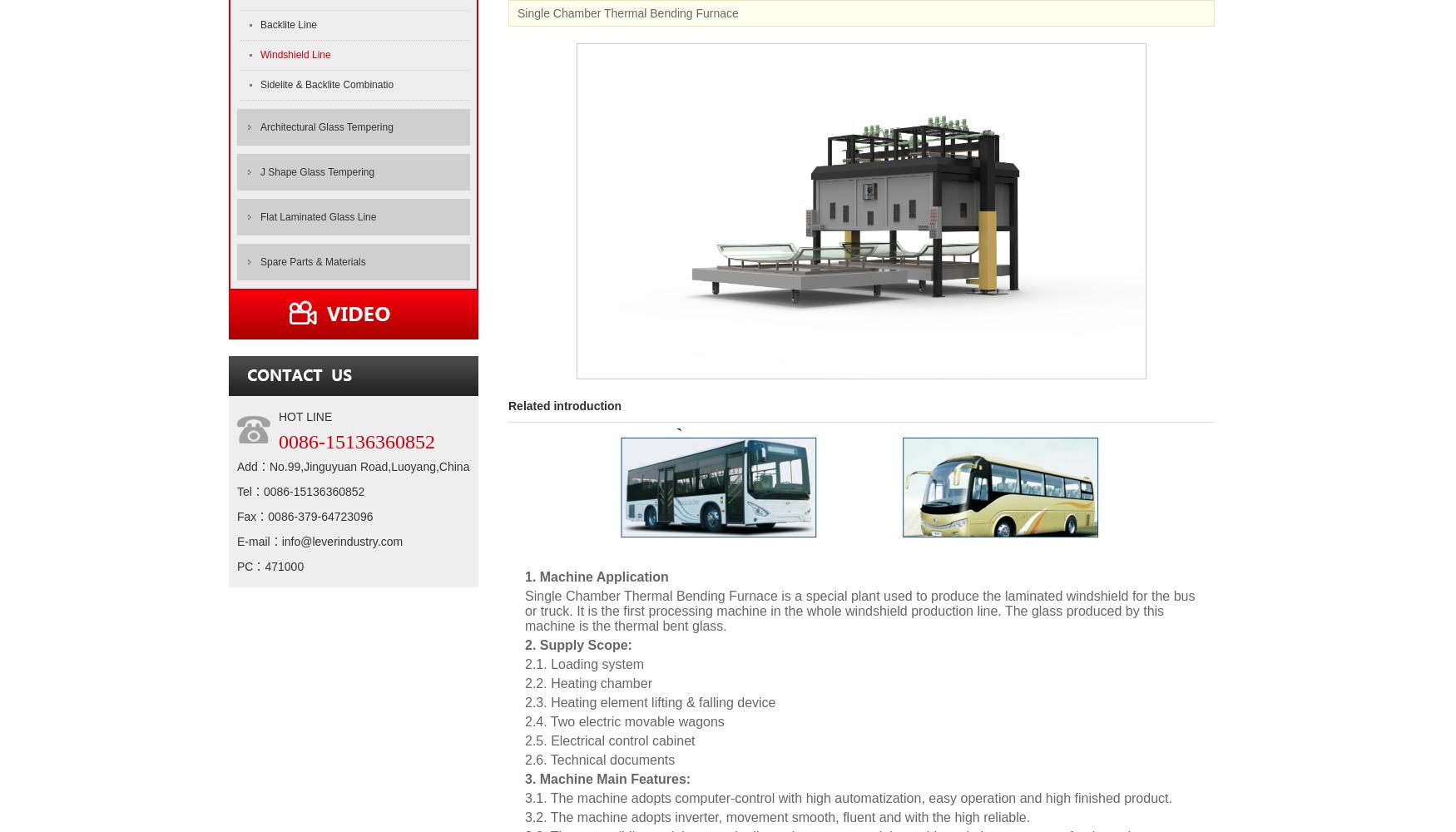 This screenshot has height=832, width=1456. What do you see at coordinates (847, 797) in the screenshot?
I see `'3.1. The
machine adopts computer-control with high automatization, easy operation and
high finished product.'` at bounding box center [847, 797].